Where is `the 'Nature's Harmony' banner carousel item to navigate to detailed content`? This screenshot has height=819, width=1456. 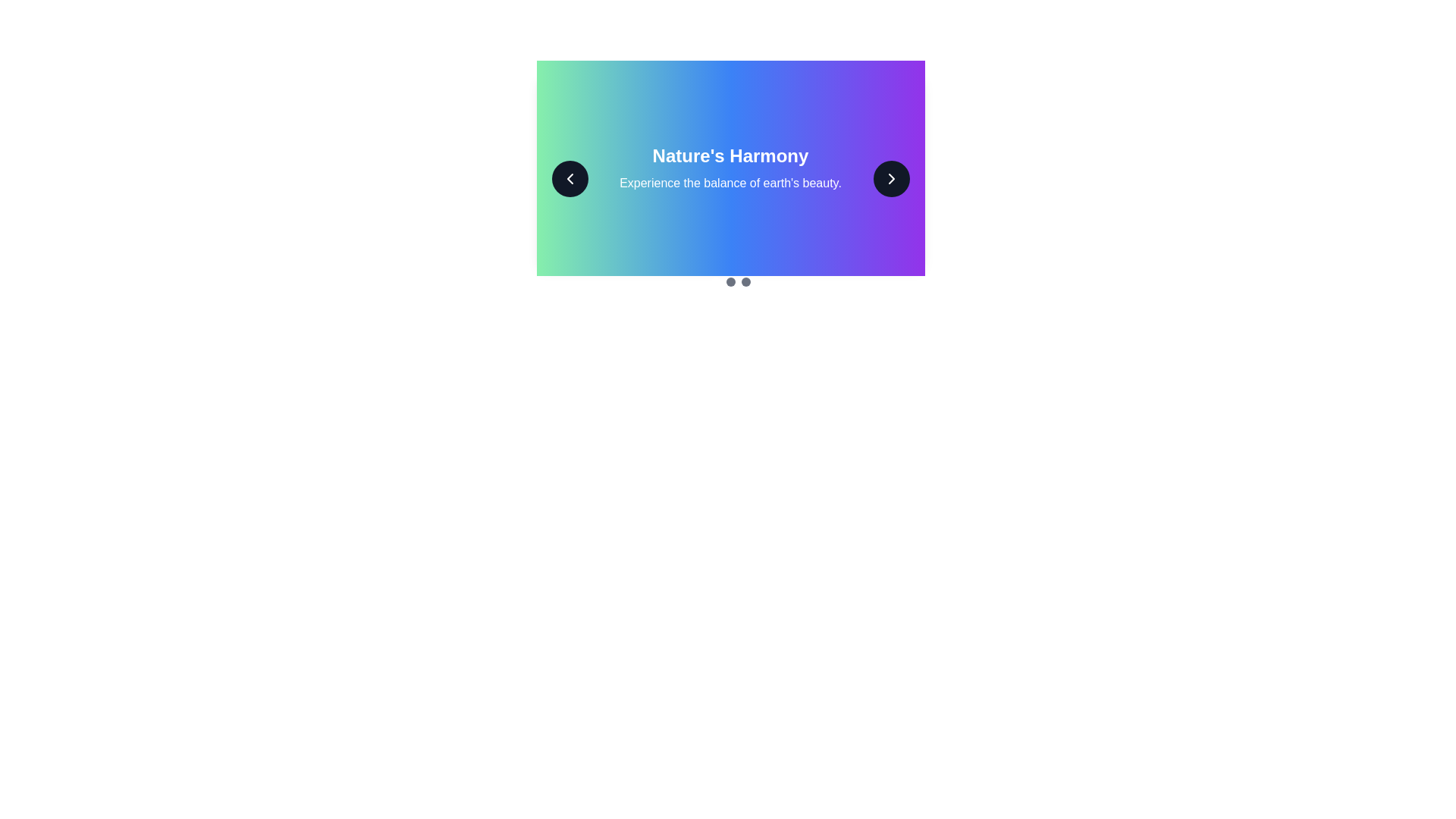 the 'Nature's Harmony' banner carousel item to navigate to detailed content is located at coordinates (730, 168).